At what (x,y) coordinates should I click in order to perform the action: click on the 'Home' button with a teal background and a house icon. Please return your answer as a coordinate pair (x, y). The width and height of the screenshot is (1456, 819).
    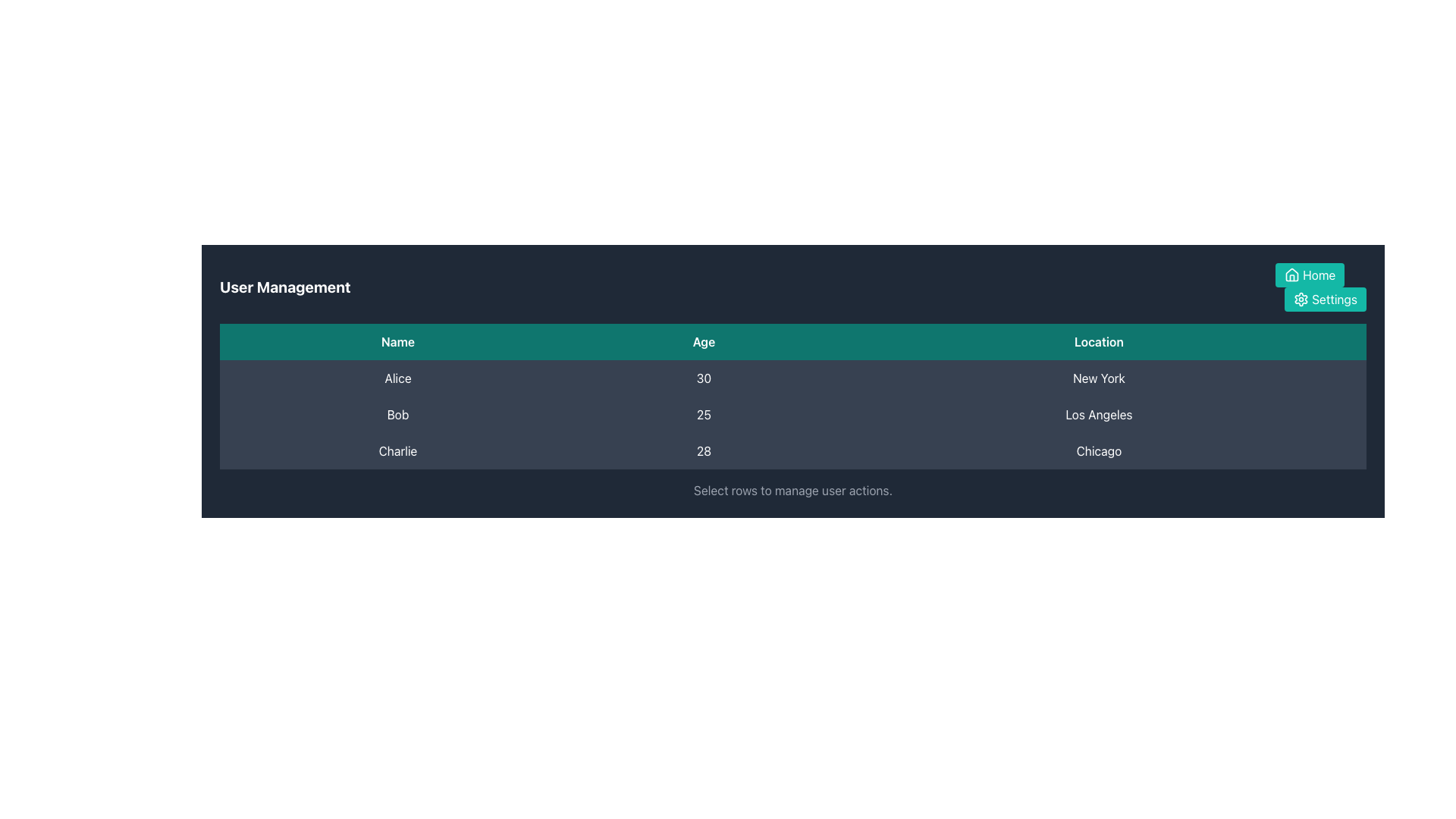
    Looking at the image, I should click on (1309, 275).